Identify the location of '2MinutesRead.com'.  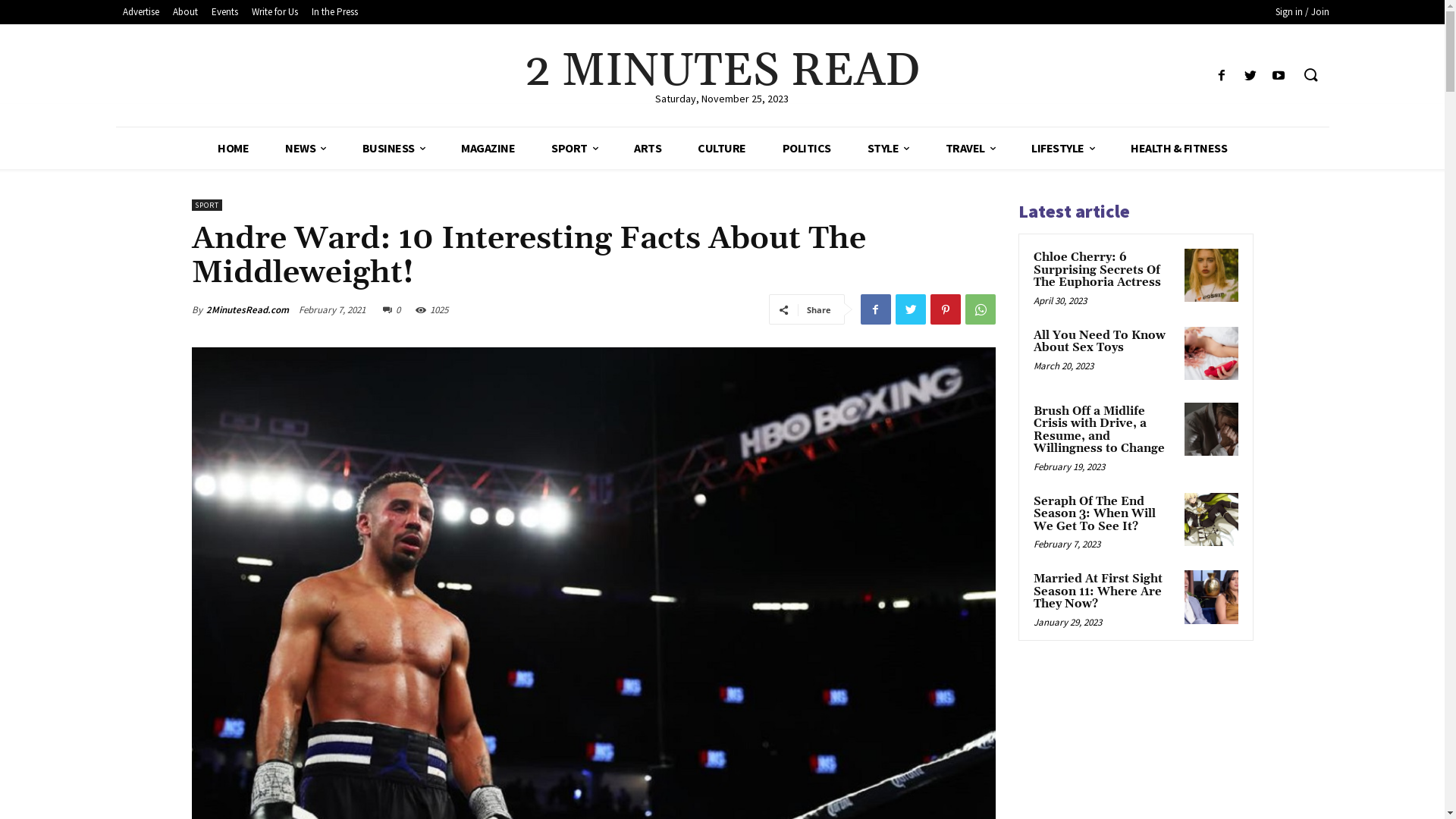
(247, 309).